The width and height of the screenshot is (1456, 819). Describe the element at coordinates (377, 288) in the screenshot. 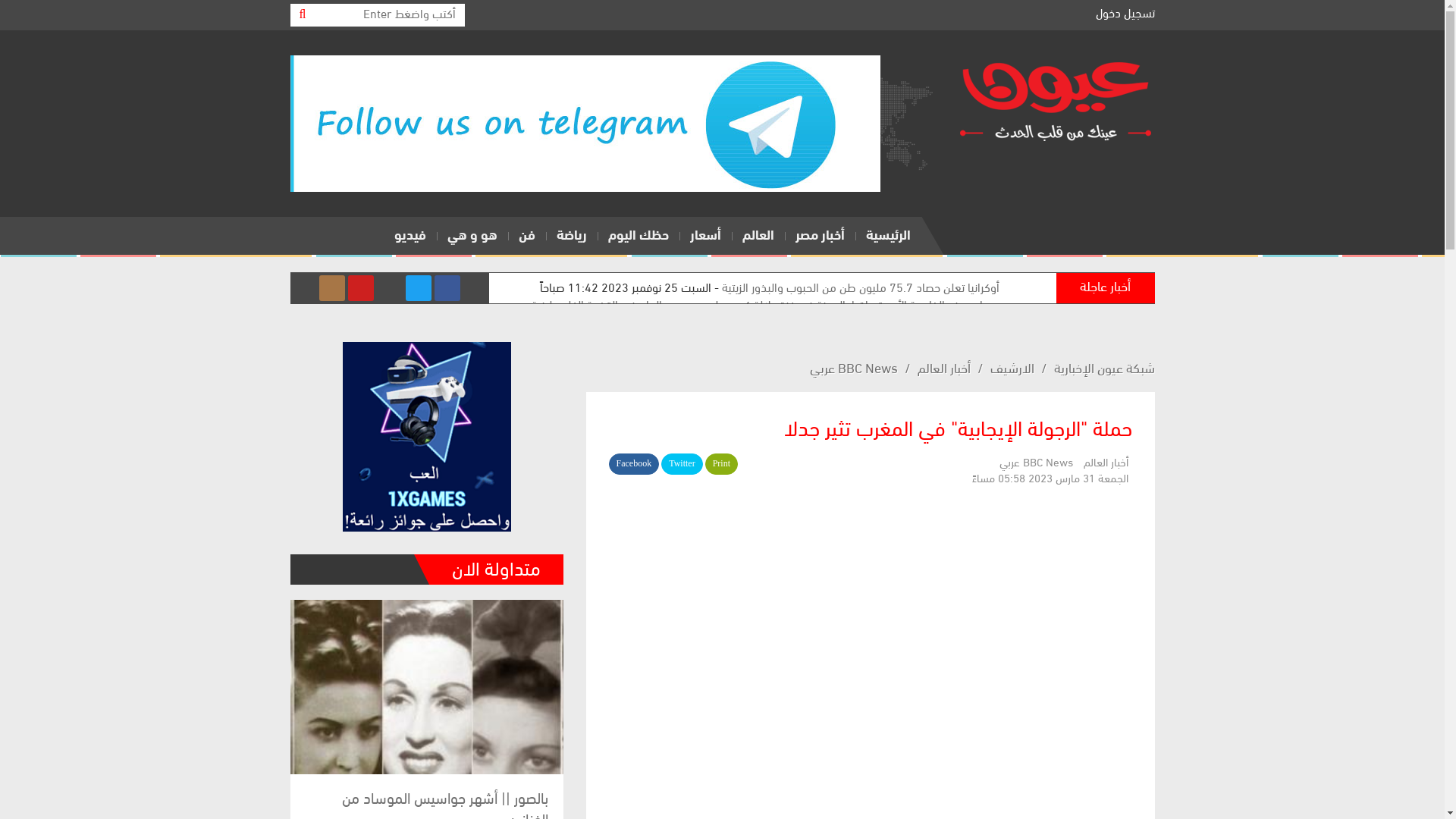

I see `'Telegram'` at that location.